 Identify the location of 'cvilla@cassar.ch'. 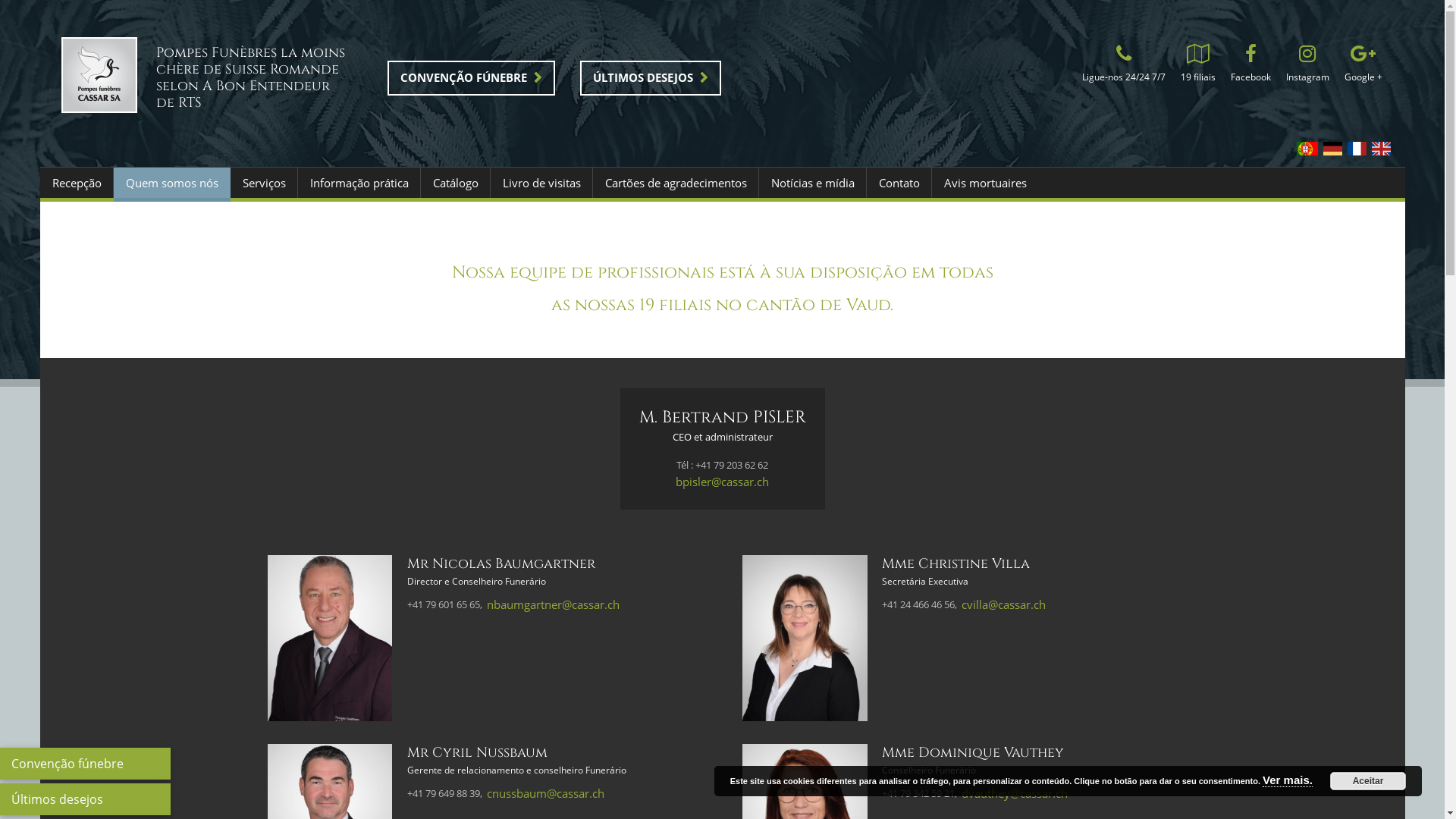
(1003, 604).